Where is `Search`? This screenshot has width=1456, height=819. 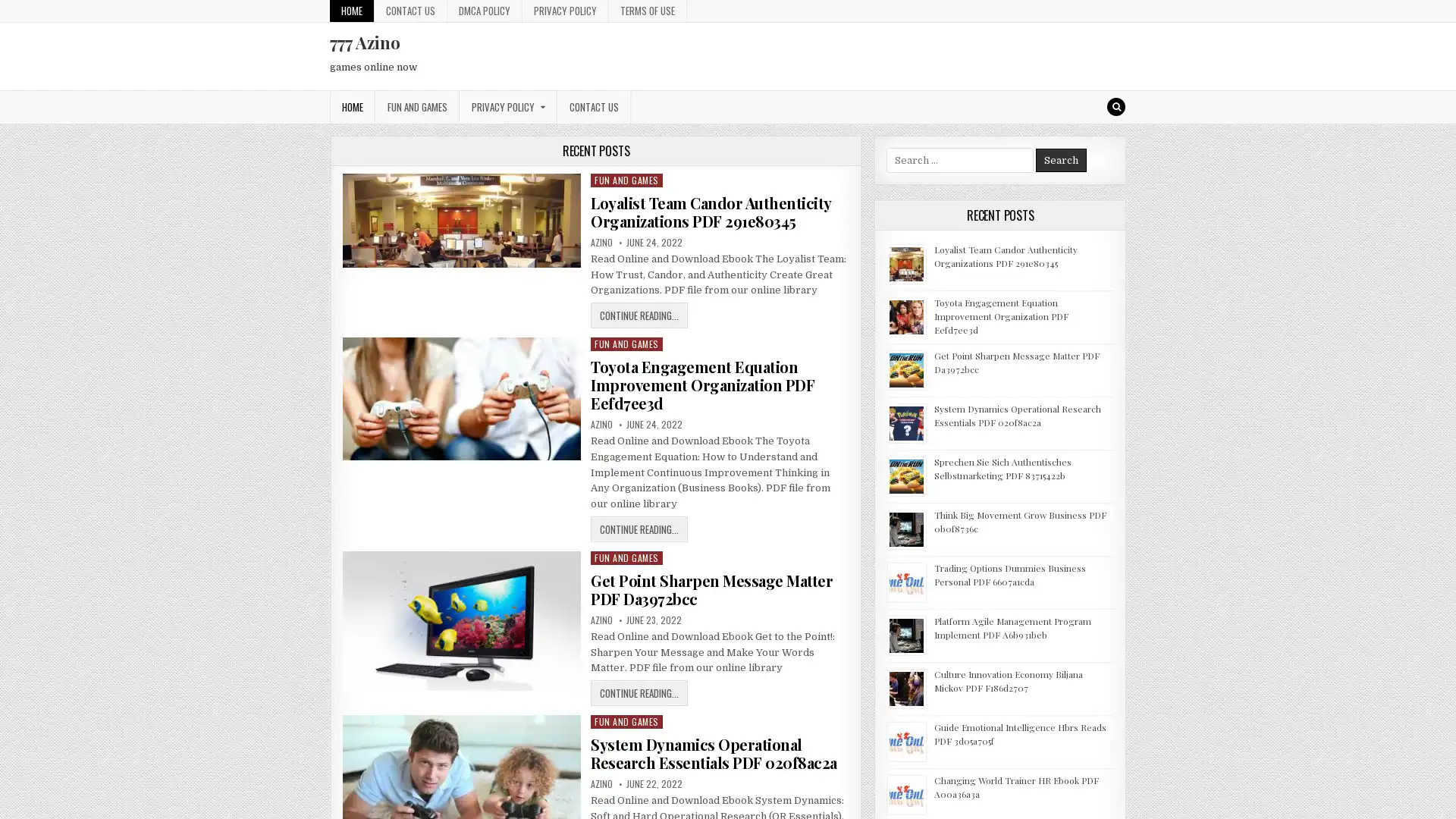 Search is located at coordinates (1060, 160).